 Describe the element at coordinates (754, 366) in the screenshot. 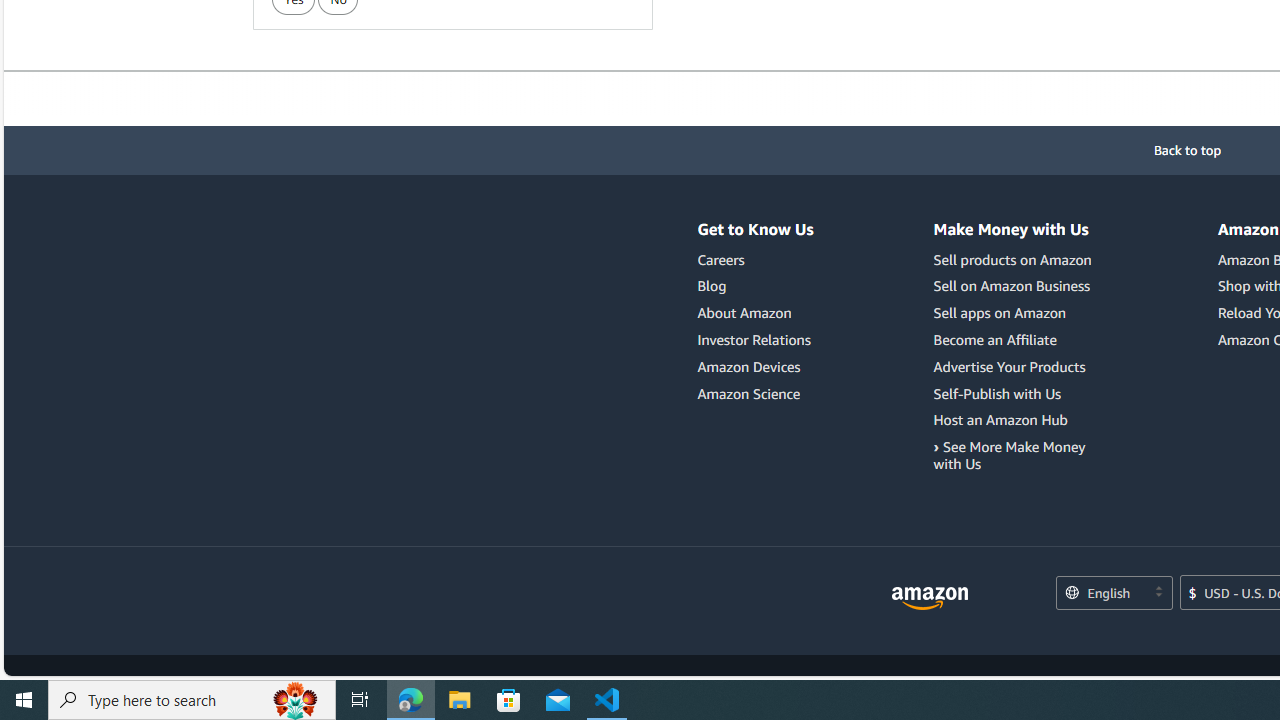

I see `'Amazon Devices'` at that location.